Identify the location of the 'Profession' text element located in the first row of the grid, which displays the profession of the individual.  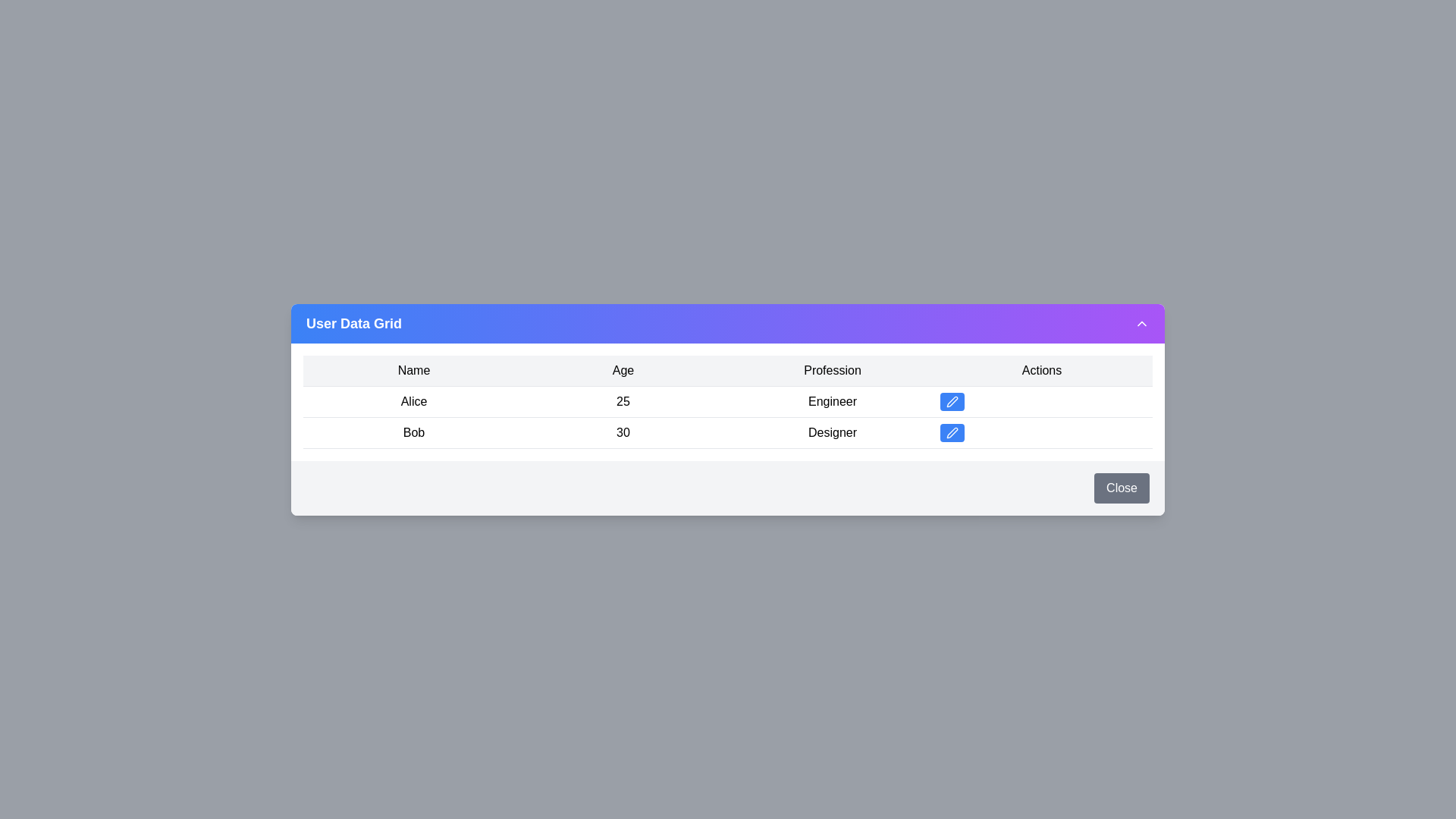
(832, 400).